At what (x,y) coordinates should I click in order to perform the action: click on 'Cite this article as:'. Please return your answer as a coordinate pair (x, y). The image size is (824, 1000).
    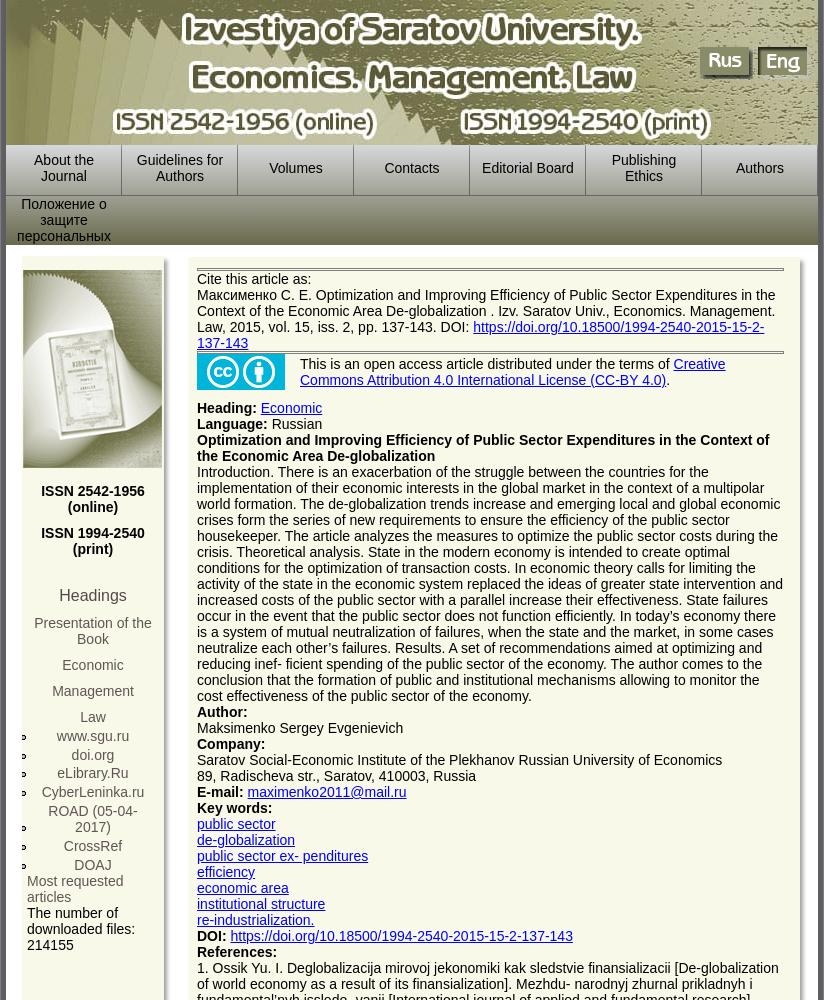
    Looking at the image, I should click on (254, 279).